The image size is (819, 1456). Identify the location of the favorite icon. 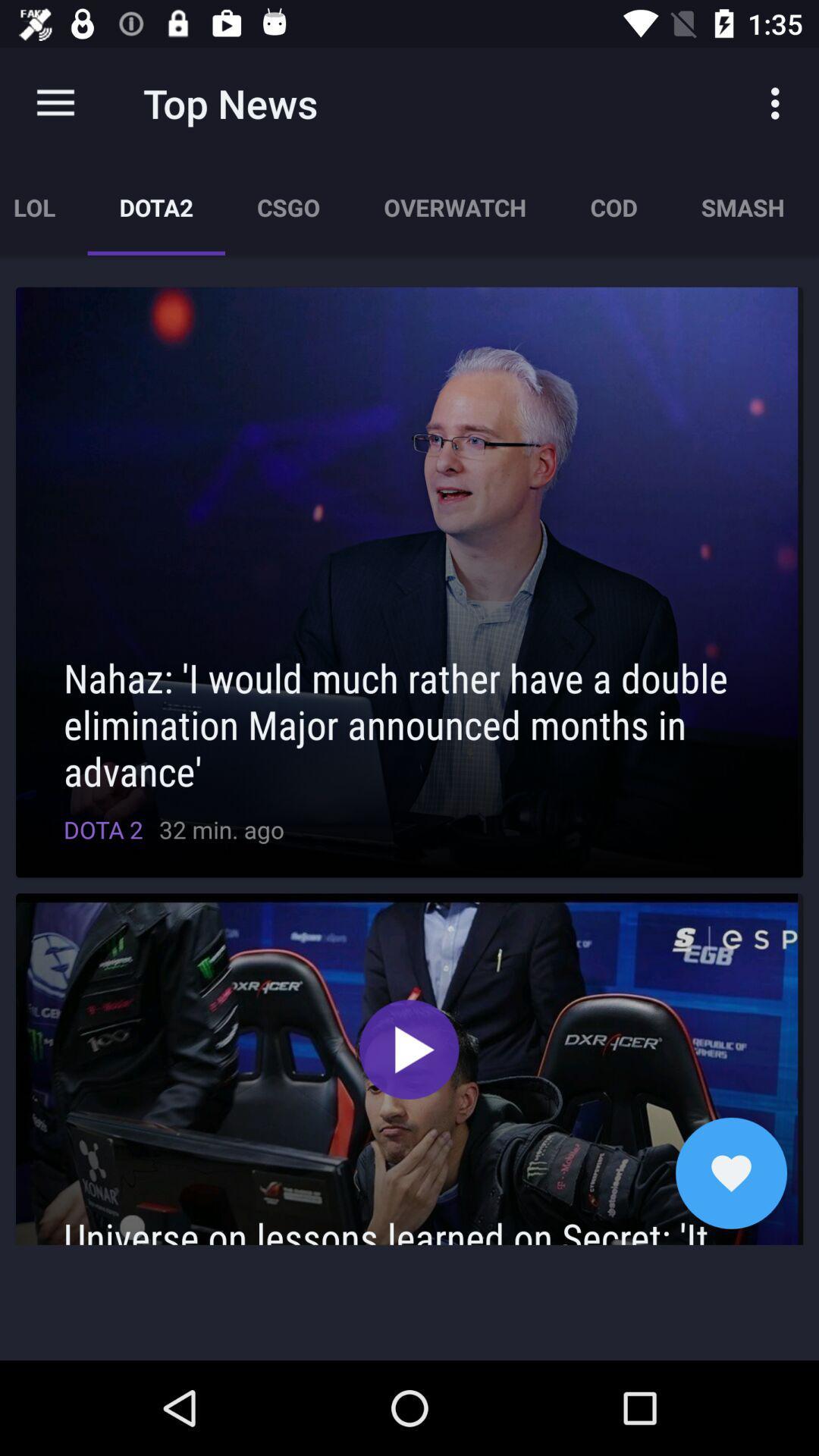
(730, 1172).